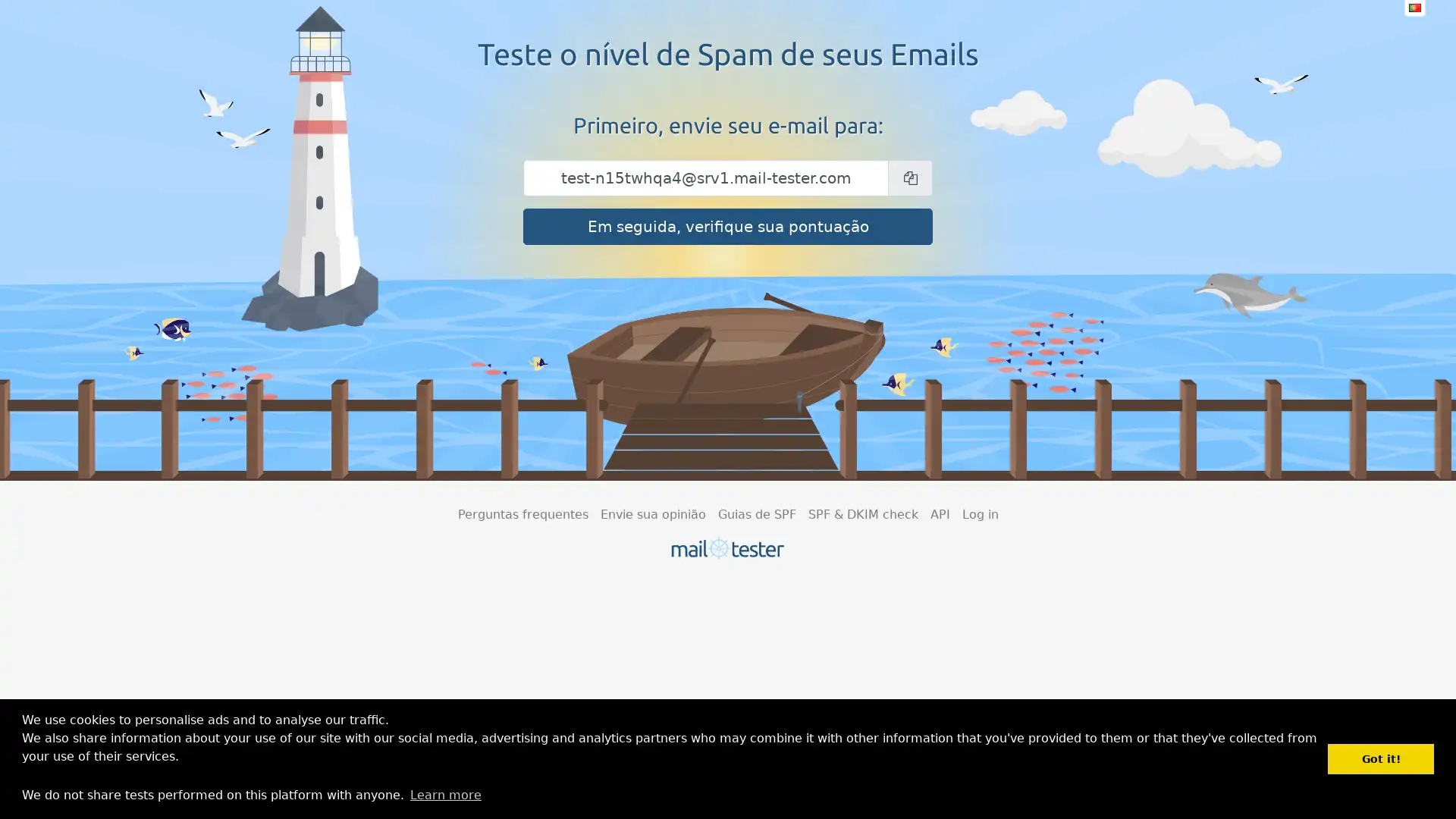 This screenshot has height=819, width=1456. Describe the element at coordinates (1380, 758) in the screenshot. I see `dismiss cookie message` at that location.